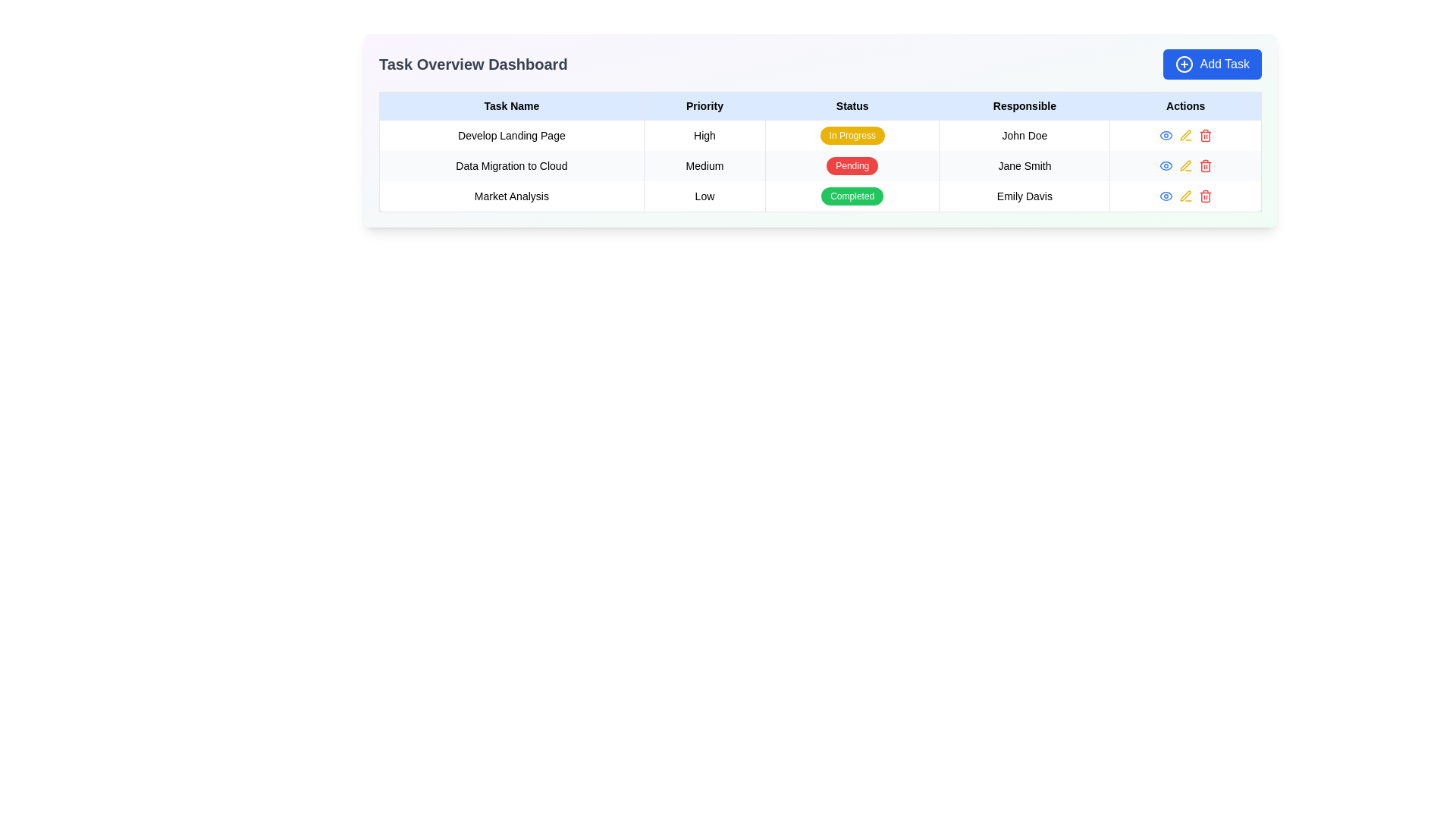 This screenshot has width=1456, height=819. I want to click on the text label displaying 'Medium' in the 'Priority' column of the task row titled 'Data Migration to Cloud', so click(704, 166).